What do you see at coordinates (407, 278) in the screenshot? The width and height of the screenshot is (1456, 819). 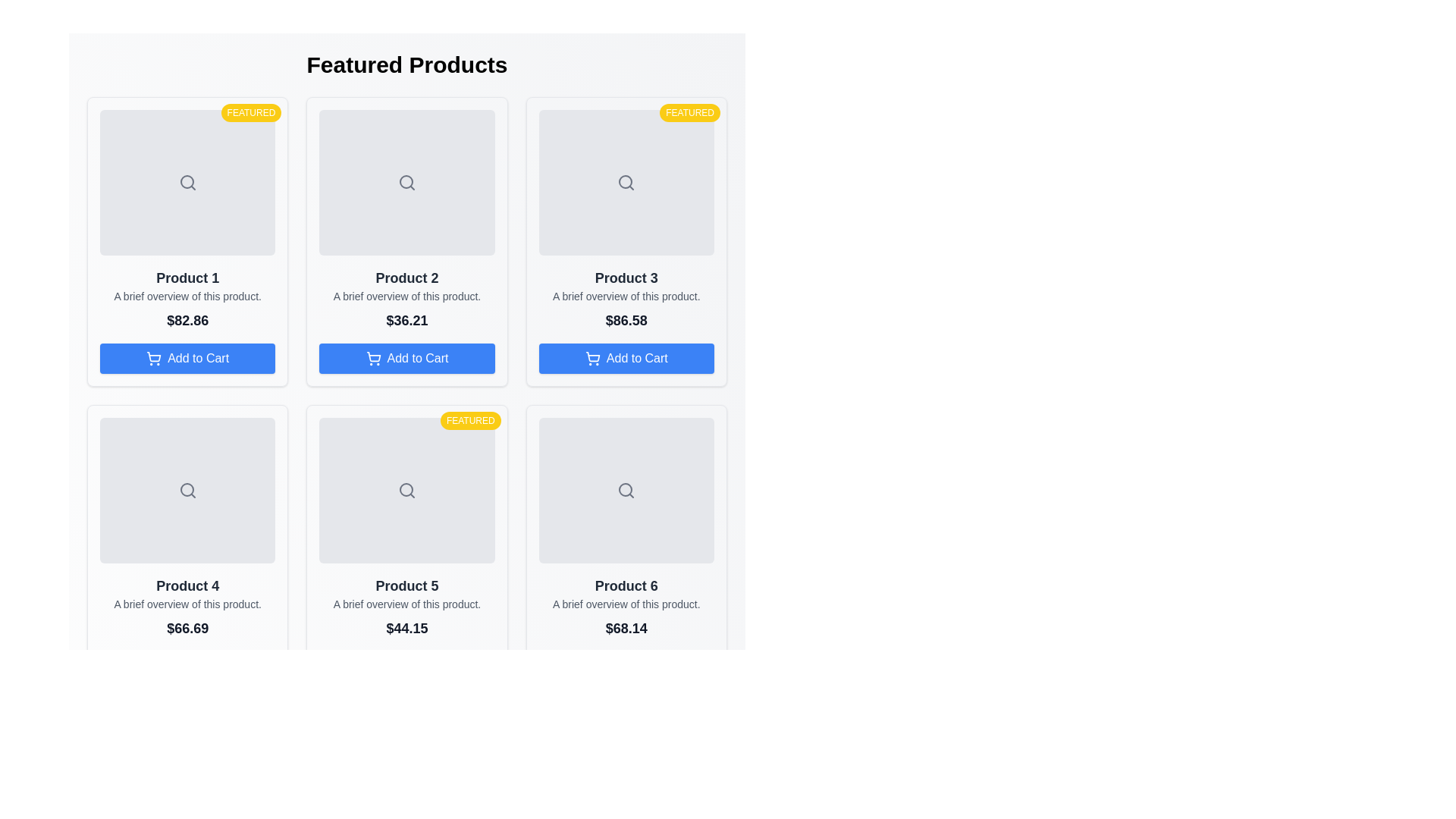 I see `the product name label, which serves as the title for 'Product 2' displayed in the card` at bounding box center [407, 278].